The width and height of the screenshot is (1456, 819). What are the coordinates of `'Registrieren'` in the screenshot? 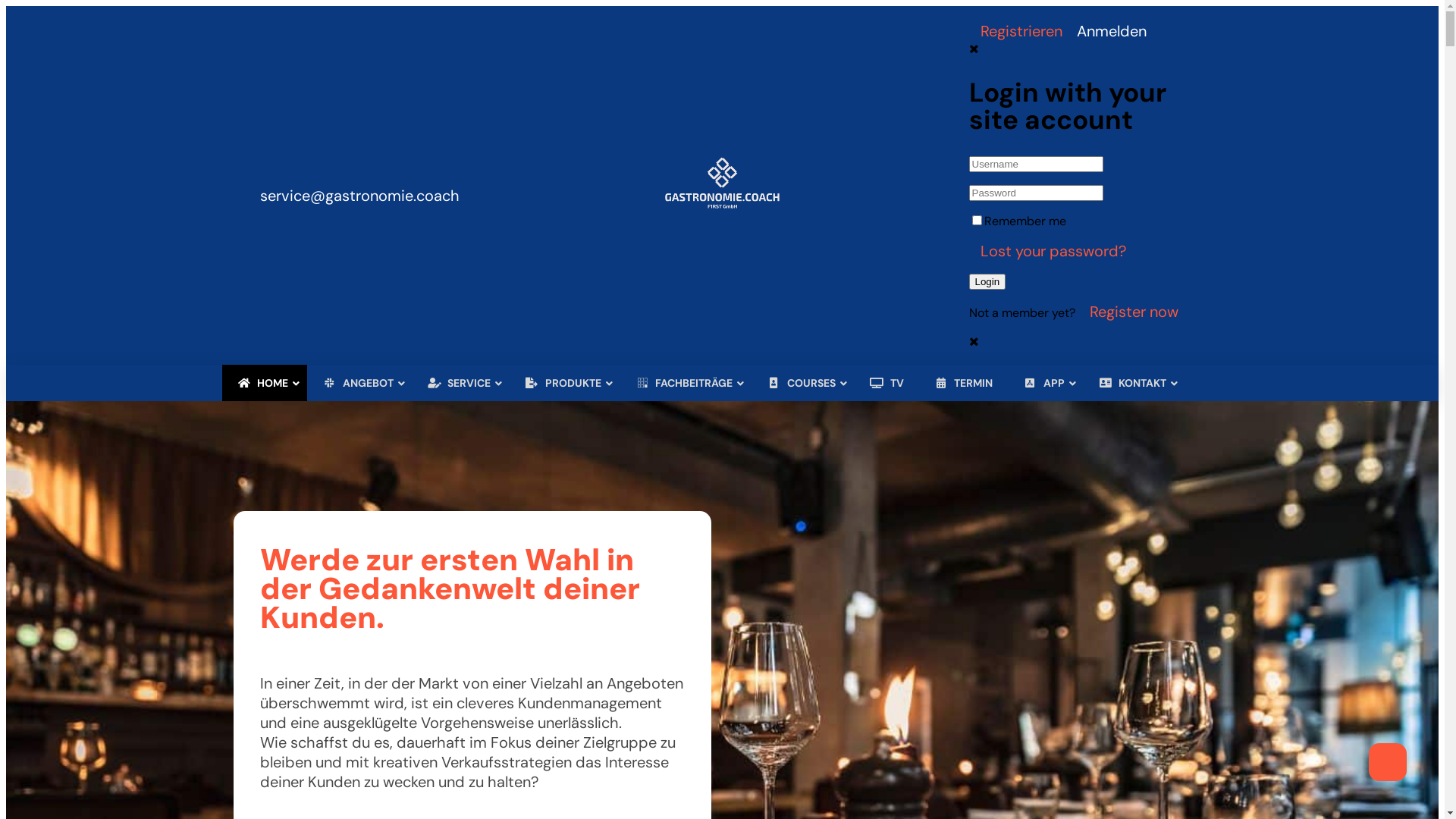 It's located at (1016, 31).